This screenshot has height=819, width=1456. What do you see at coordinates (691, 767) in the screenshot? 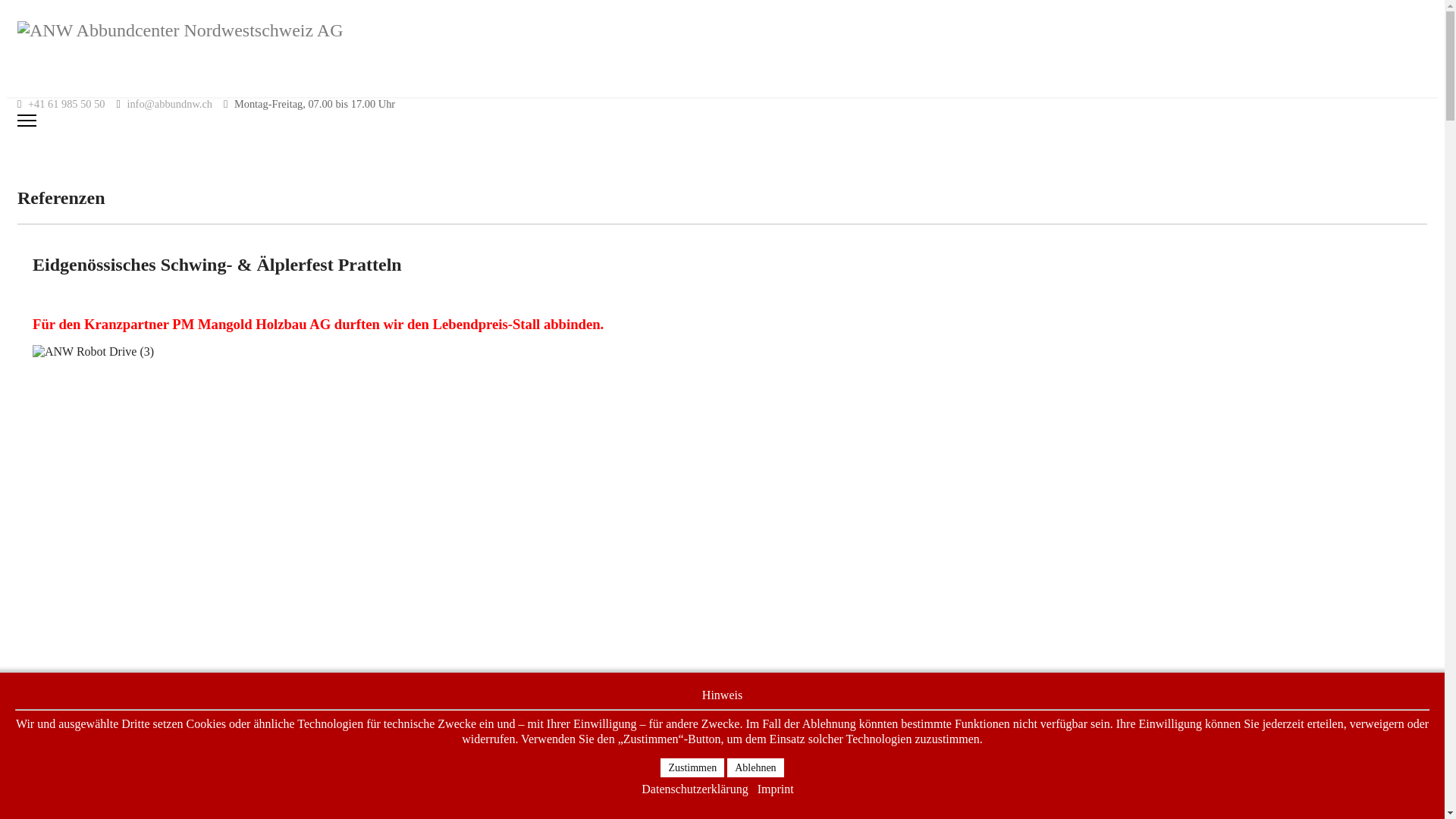
I see `'Zustimmen'` at bounding box center [691, 767].